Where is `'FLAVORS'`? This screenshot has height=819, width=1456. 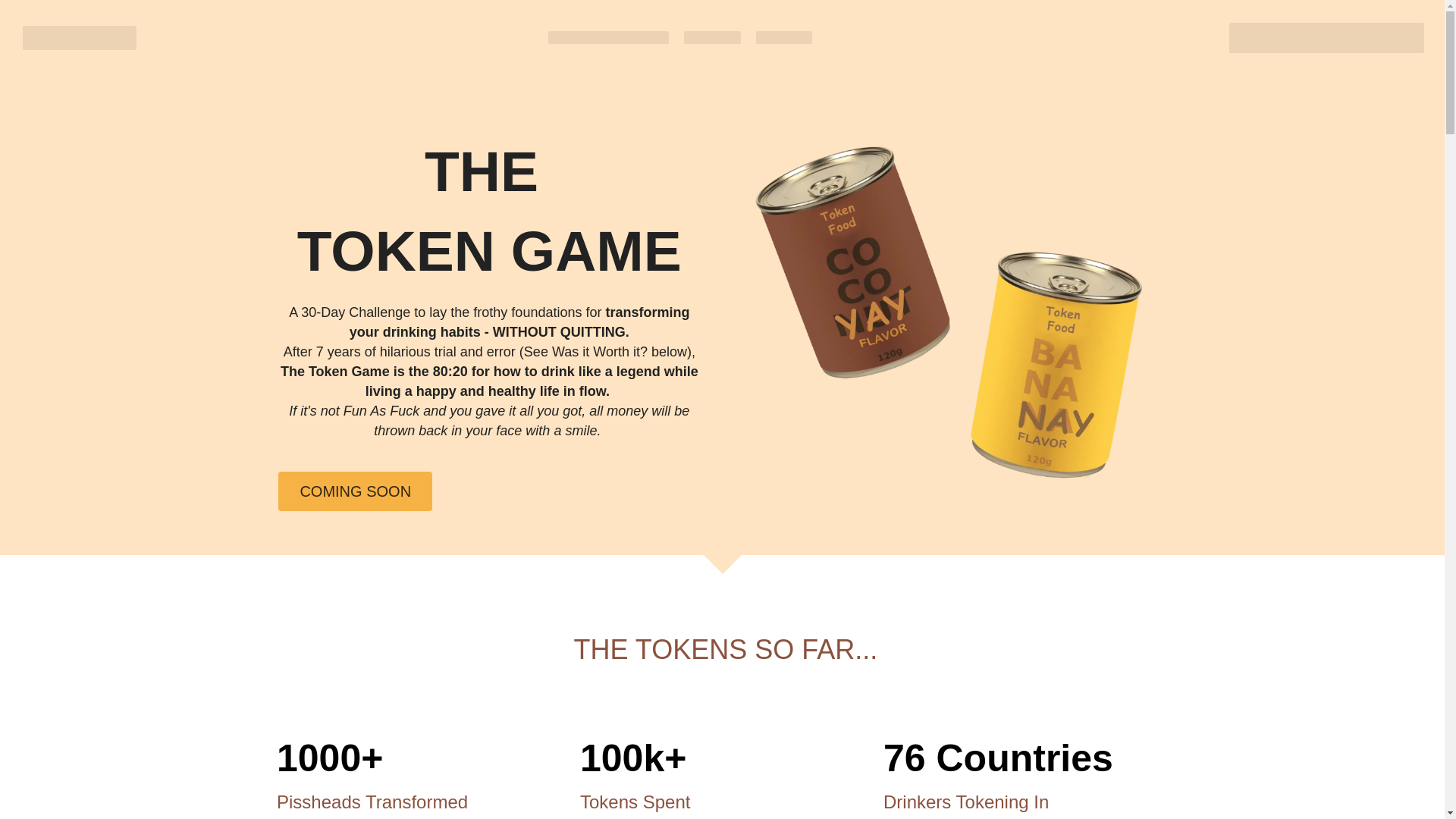
'FLAVORS' is located at coordinates (683, 36).